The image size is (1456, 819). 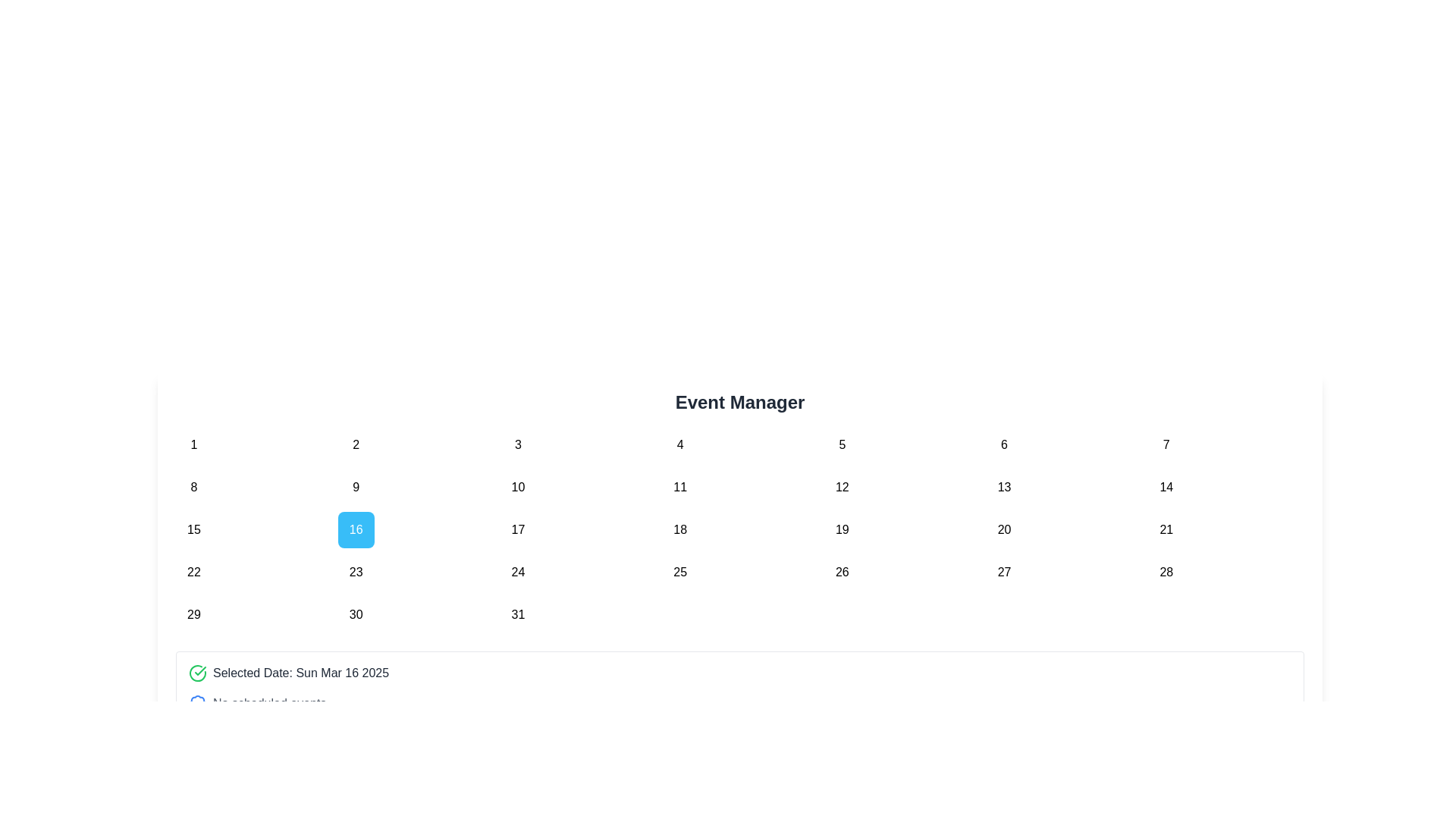 What do you see at coordinates (355, 614) in the screenshot?
I see `the date selection button for '30' in the calendar interface` at bounding box center [355, 614].